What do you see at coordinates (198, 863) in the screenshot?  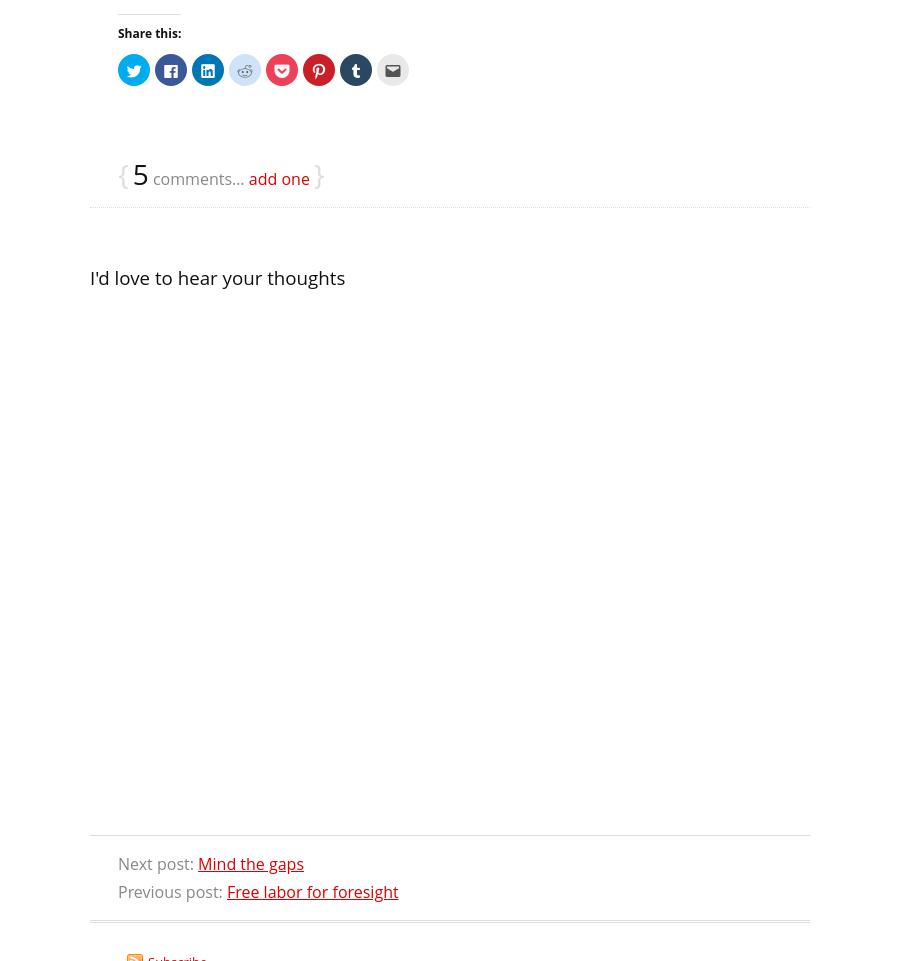 I see `'Mind the gaps'` at bounding box center [198, 863].